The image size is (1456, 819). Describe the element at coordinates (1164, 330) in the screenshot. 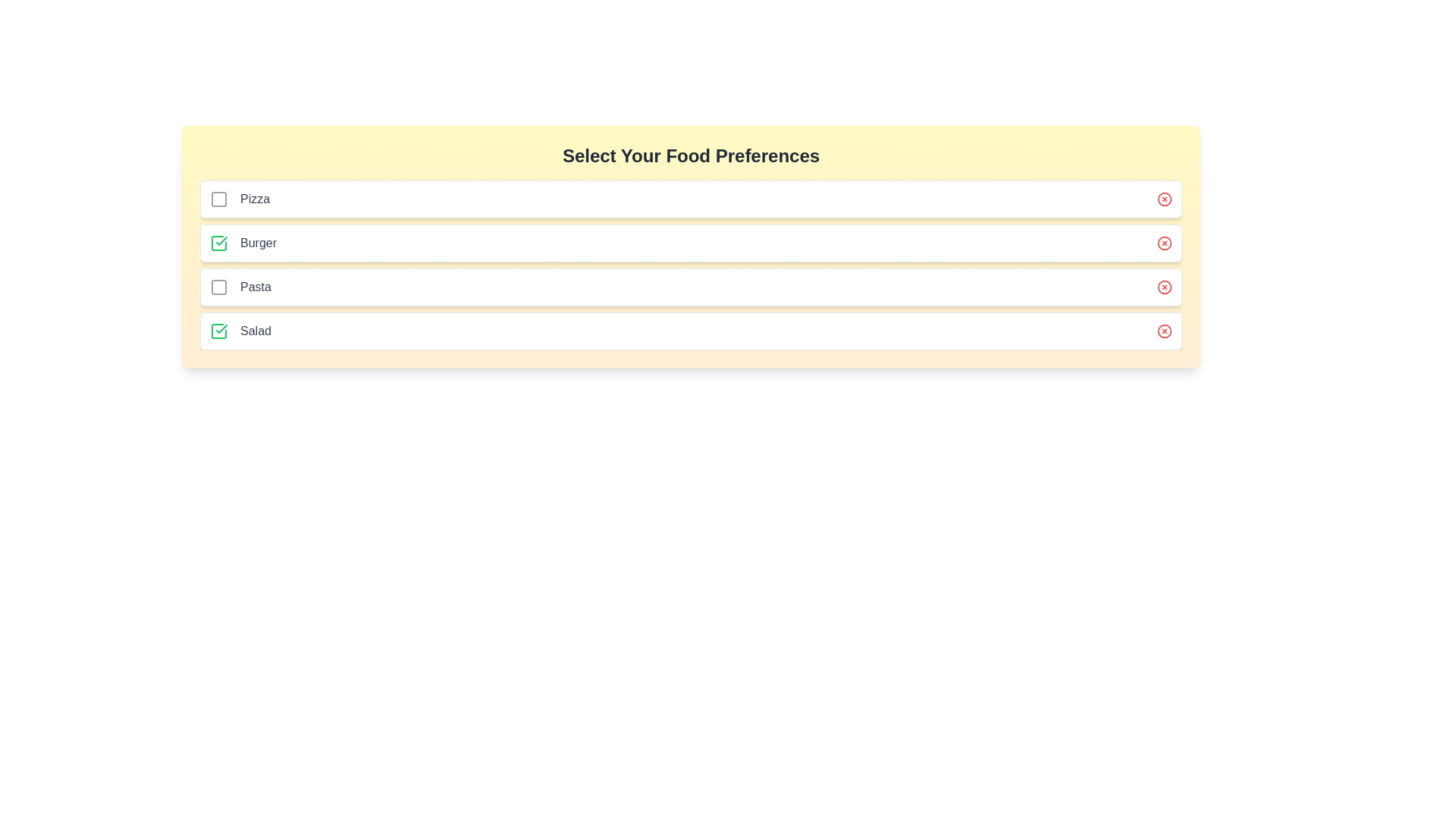

I see `the red circular icon with a white border and 'X' symbol, located at the end of the 'Salad' option in the food preference selection interface` at that location.